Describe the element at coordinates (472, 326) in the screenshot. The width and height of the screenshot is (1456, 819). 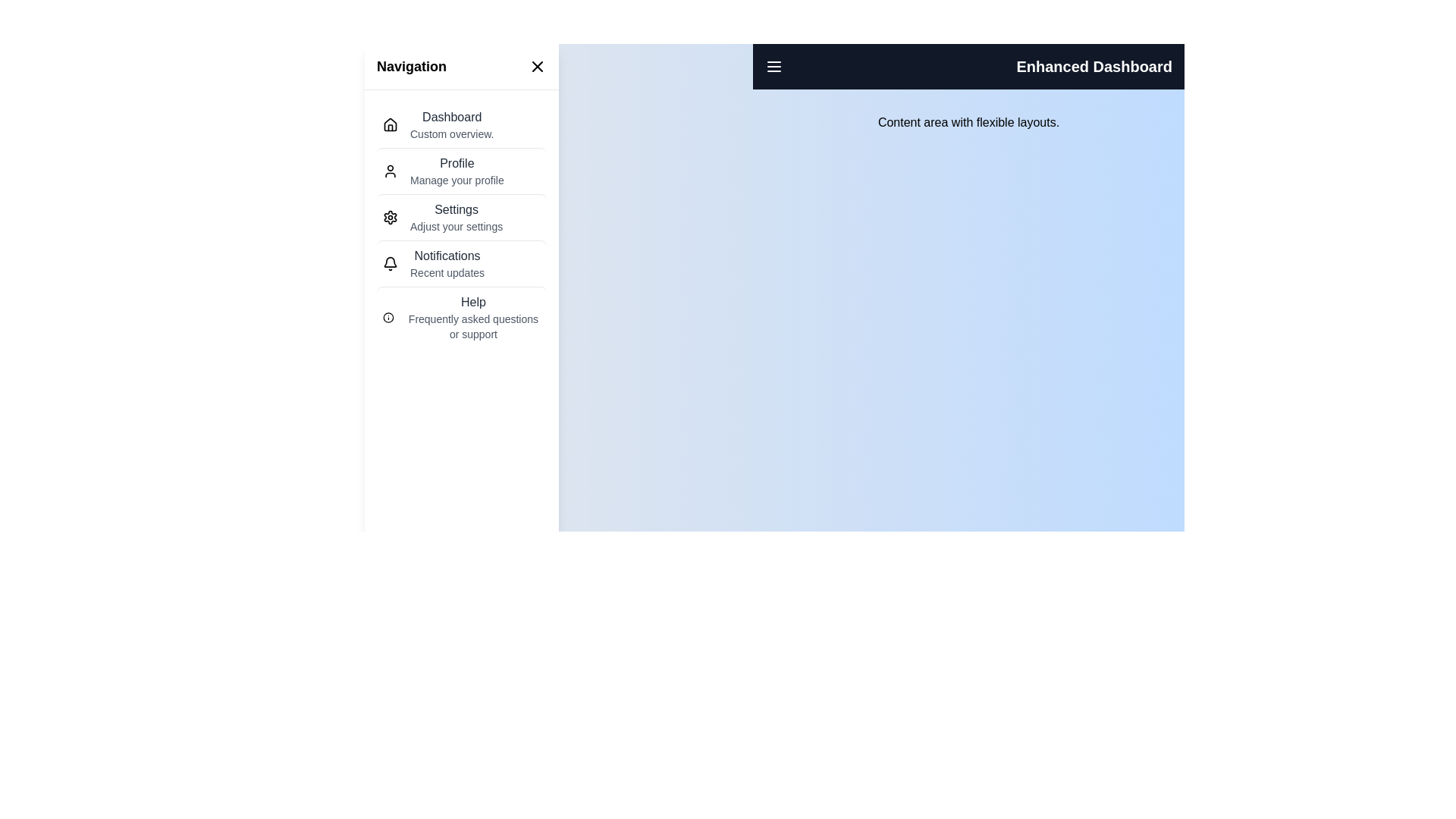
I see `the text label reading 'Frequently asked questions or support' located directly below the 'Help' heading in the navigation menu` at that location.